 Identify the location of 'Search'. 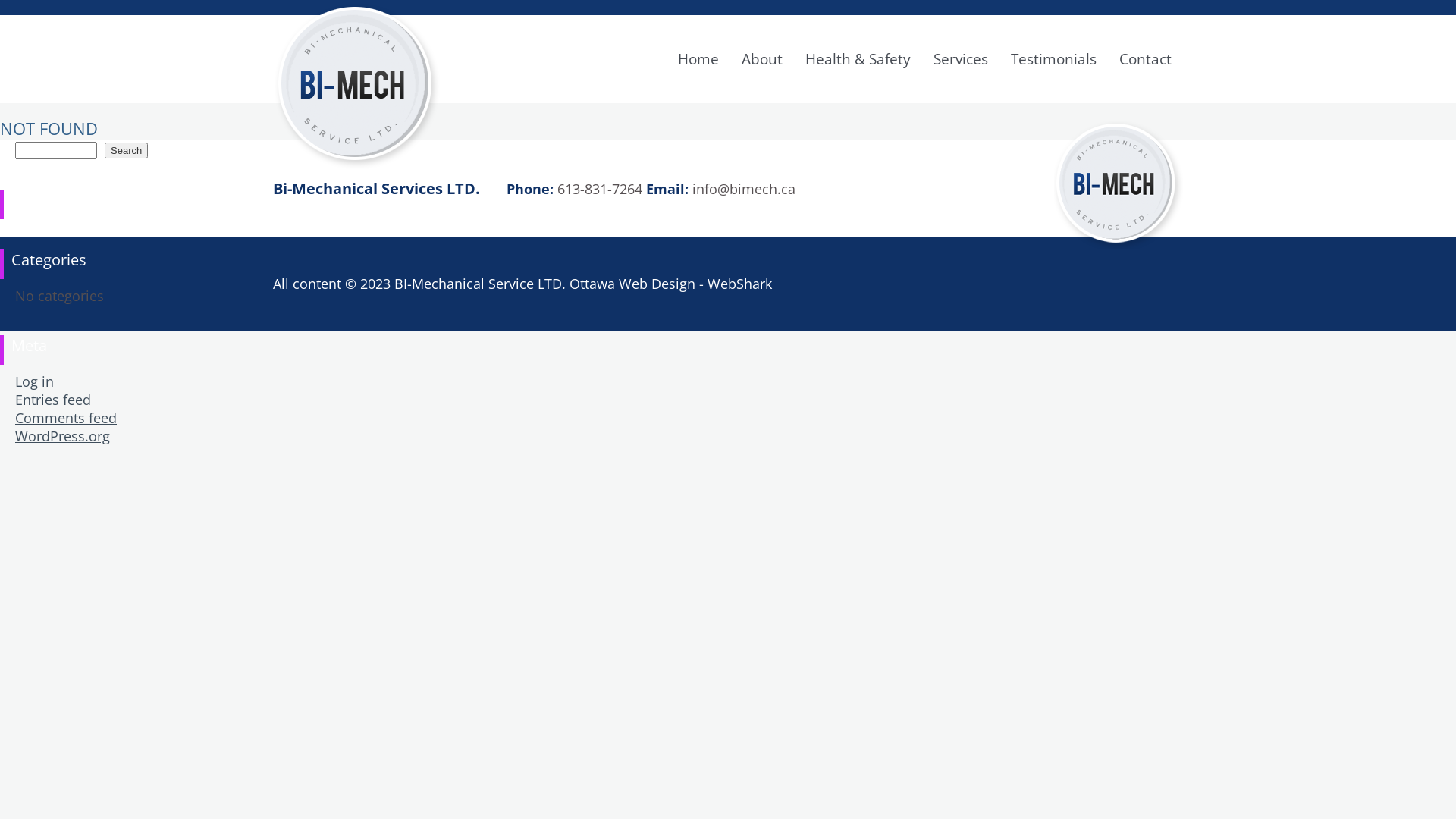
(126, 150).